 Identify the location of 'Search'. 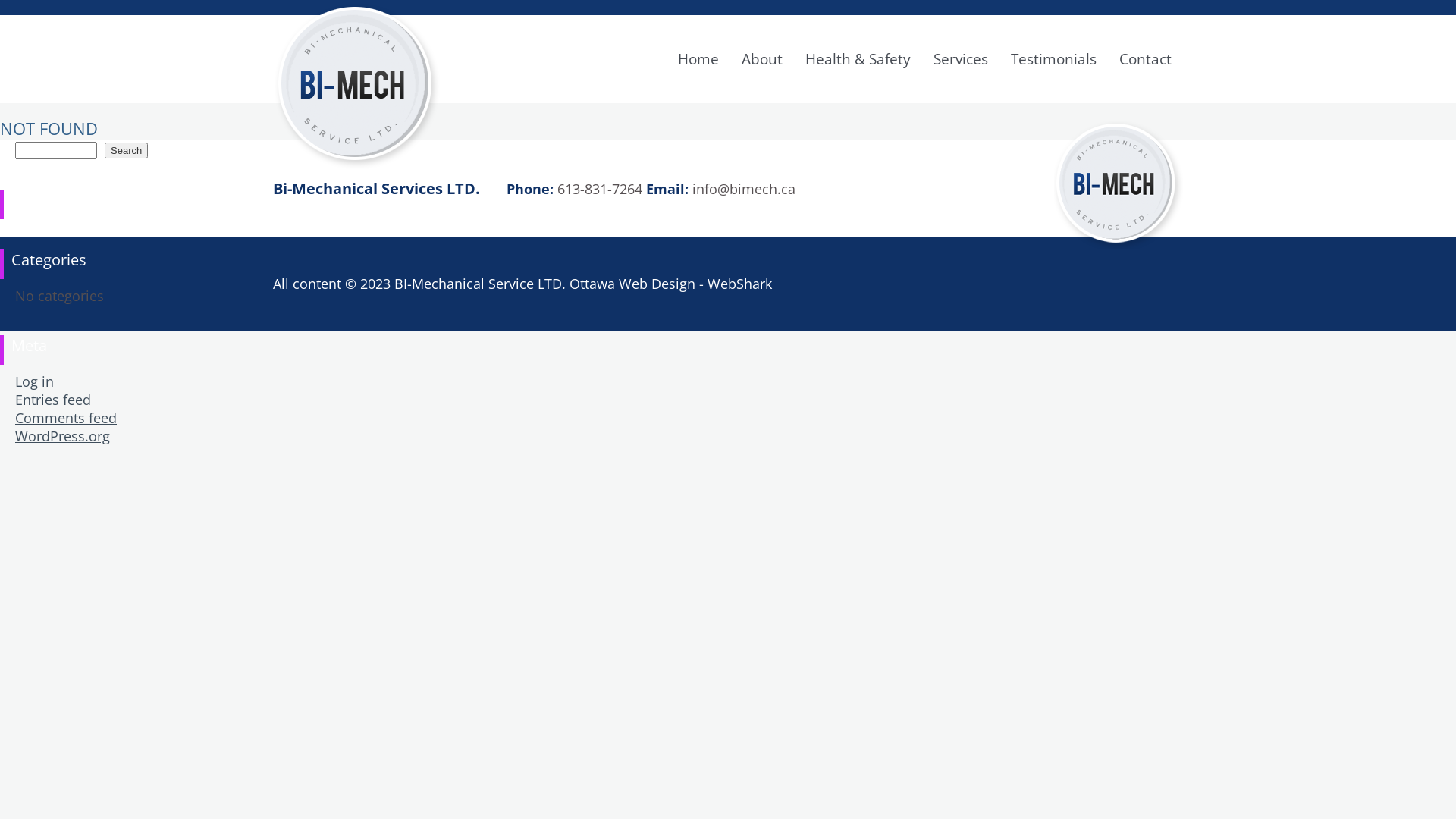
(126, 150).